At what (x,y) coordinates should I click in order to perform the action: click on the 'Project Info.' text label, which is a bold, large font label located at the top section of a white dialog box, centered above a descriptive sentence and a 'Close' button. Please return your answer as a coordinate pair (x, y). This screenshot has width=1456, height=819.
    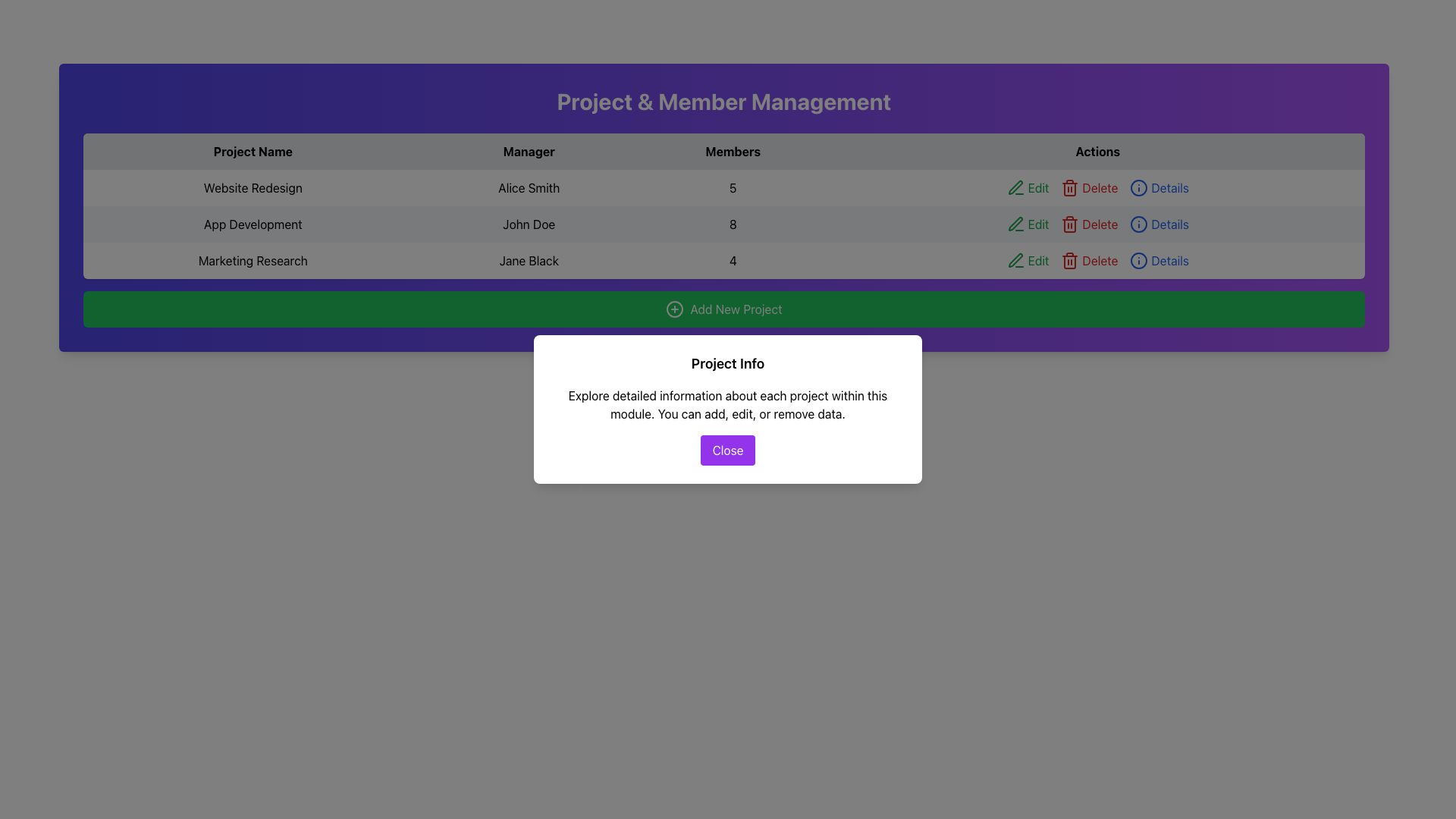
    Looking at the image, I should click on (728, 363).